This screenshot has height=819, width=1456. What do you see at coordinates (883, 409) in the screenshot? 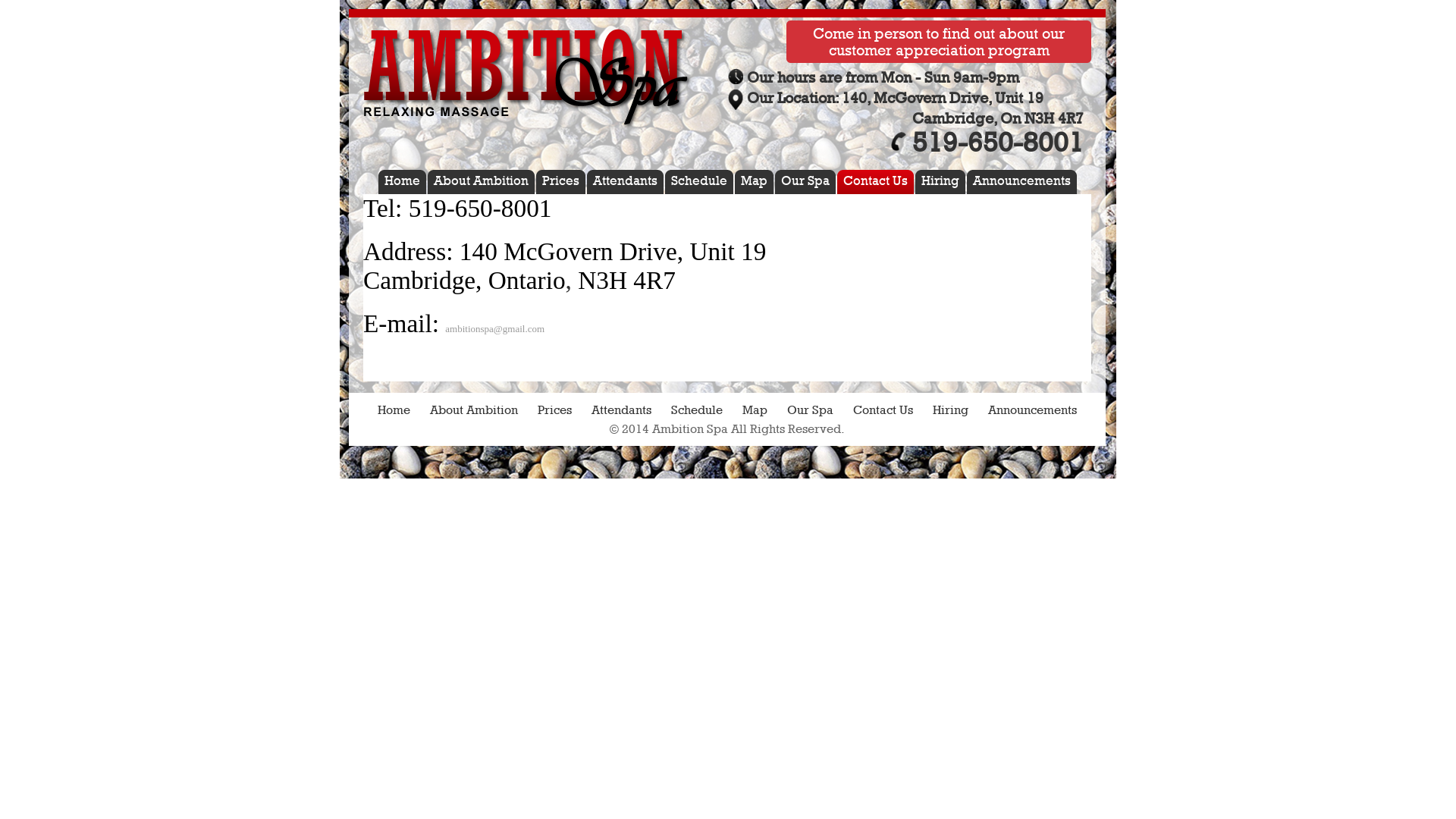
I see `'Contact Us'` at bounding box center [883, 409].